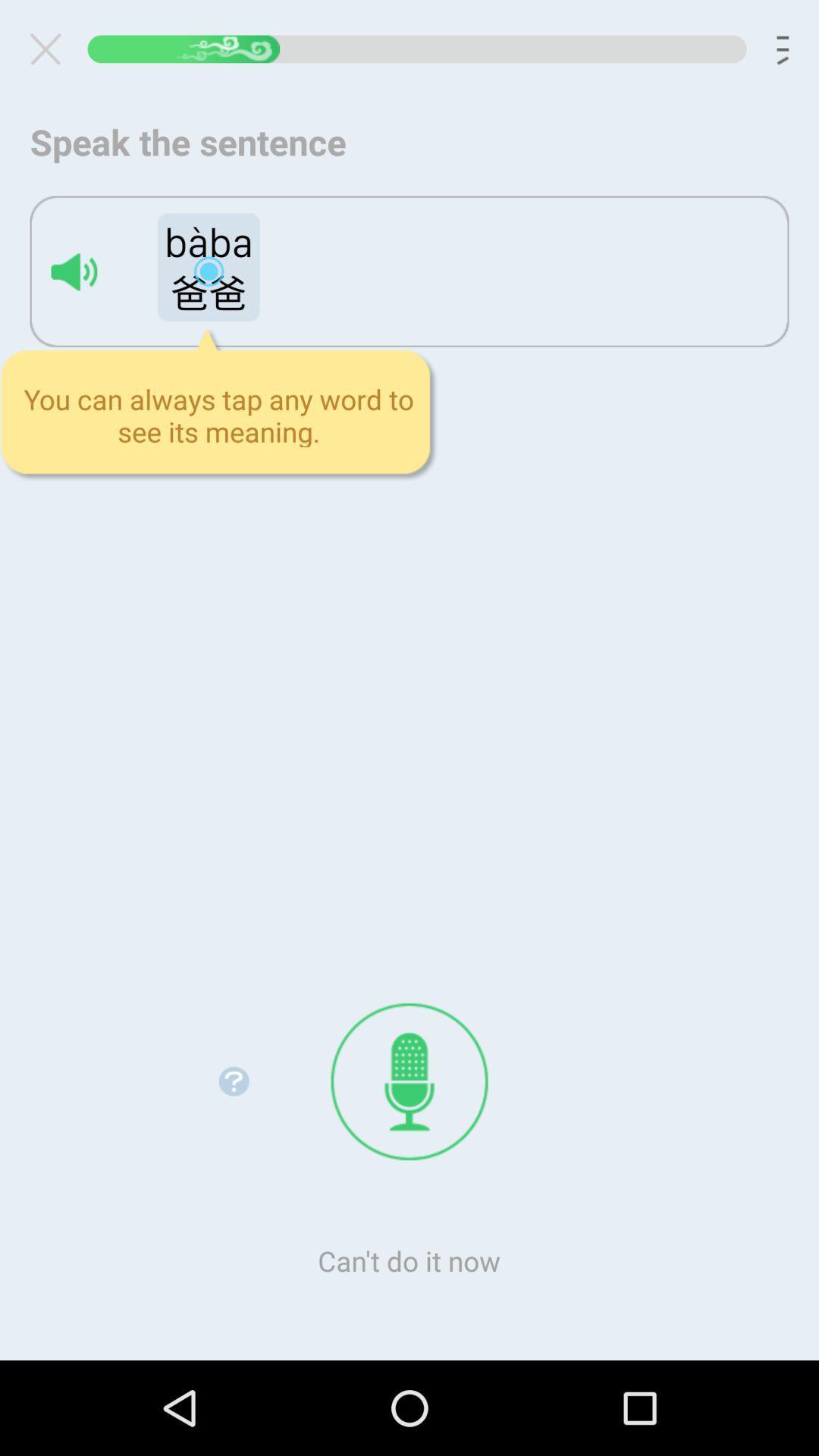  What do you see at coordinates (51, 52) in the screenshot?
I see `the close icon` at bounding box center [51, 52].